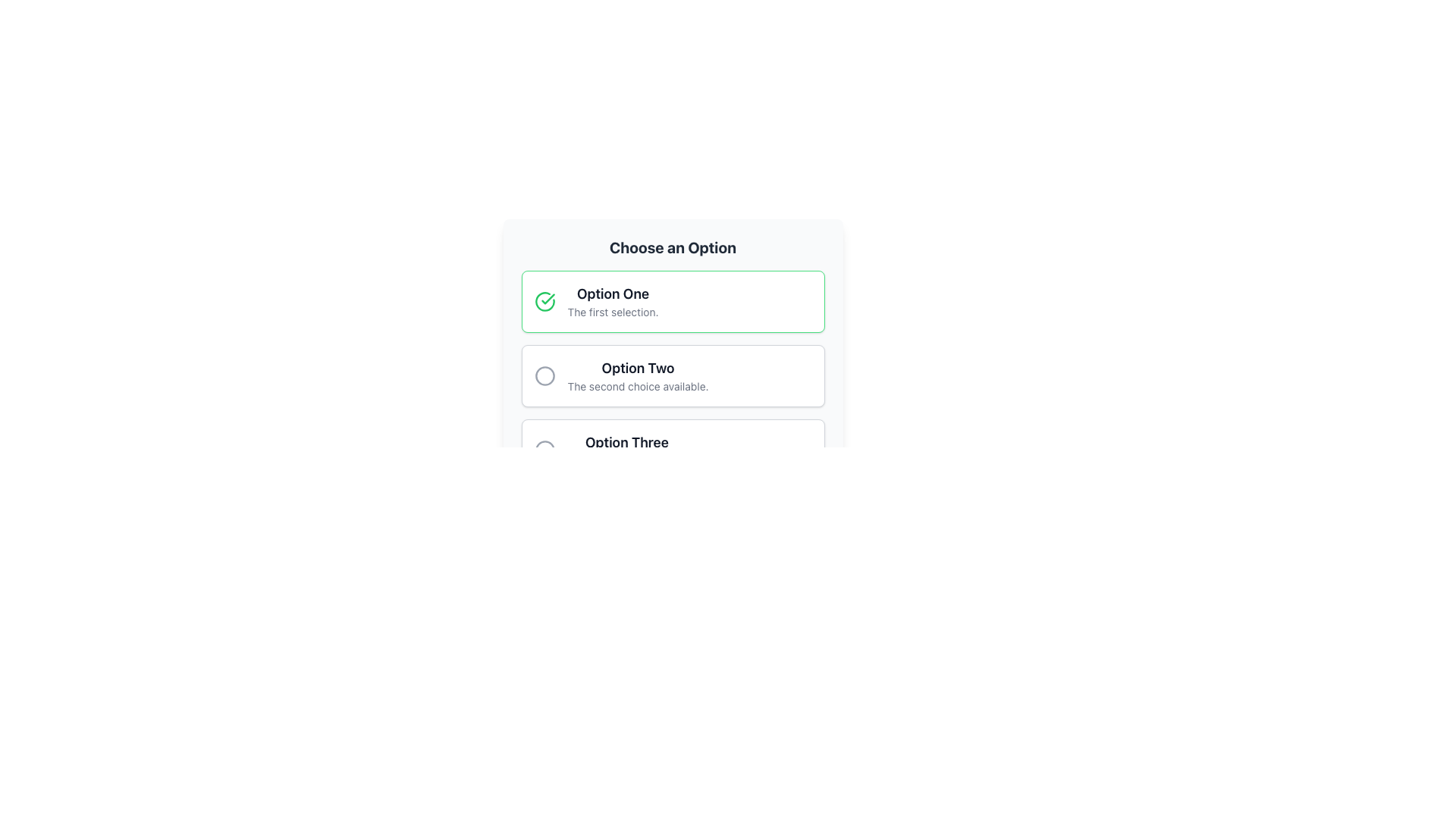  I want to click on the button-like selectable option labeled 'Option Two', so click(672, 359).